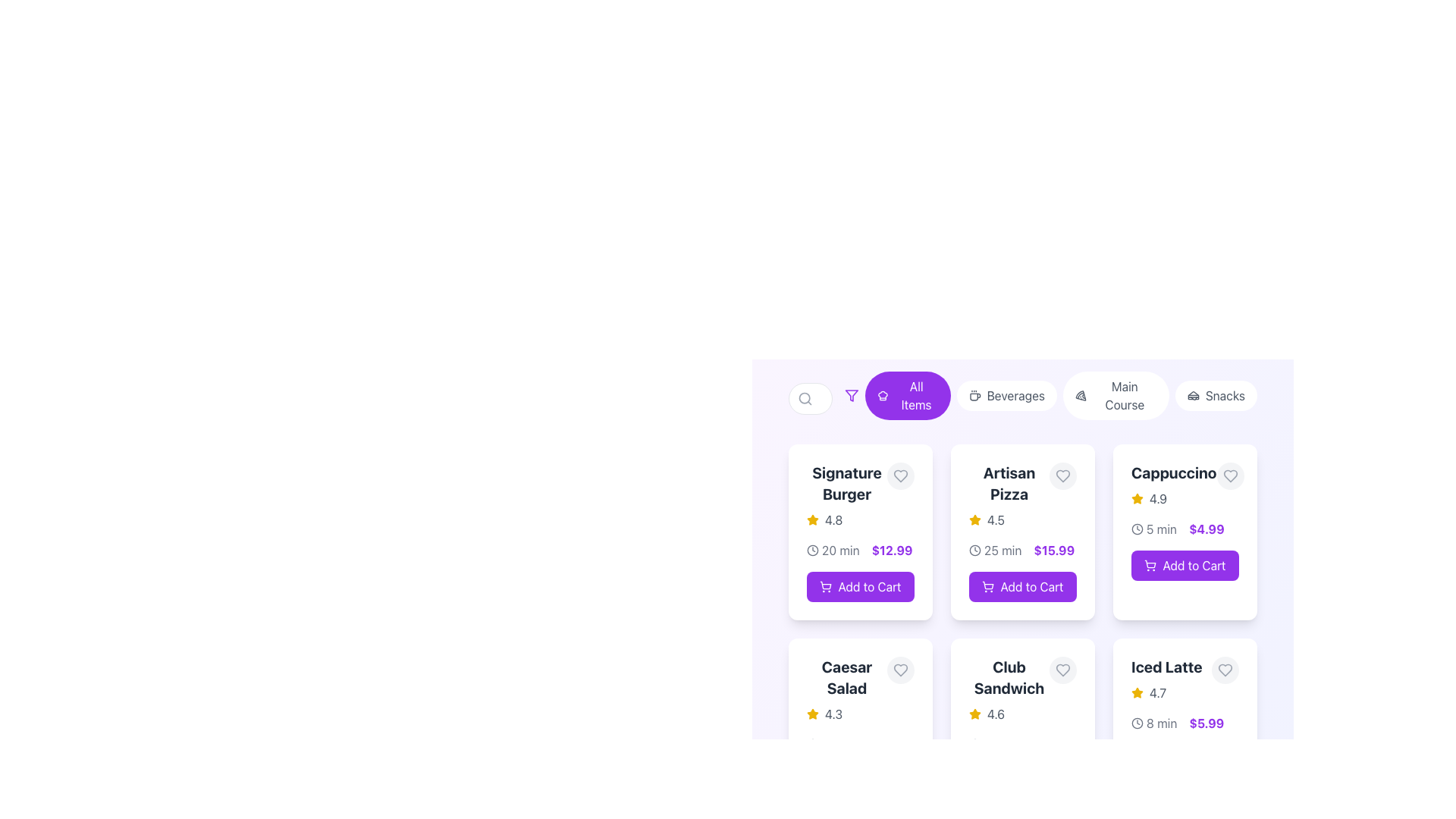 The image size is (1456, 819). I want to click on the heart icon in the top-right corner of the 'Artisan Pizza' card to mark or unmark the item as a favorite, so click(1062, 475).